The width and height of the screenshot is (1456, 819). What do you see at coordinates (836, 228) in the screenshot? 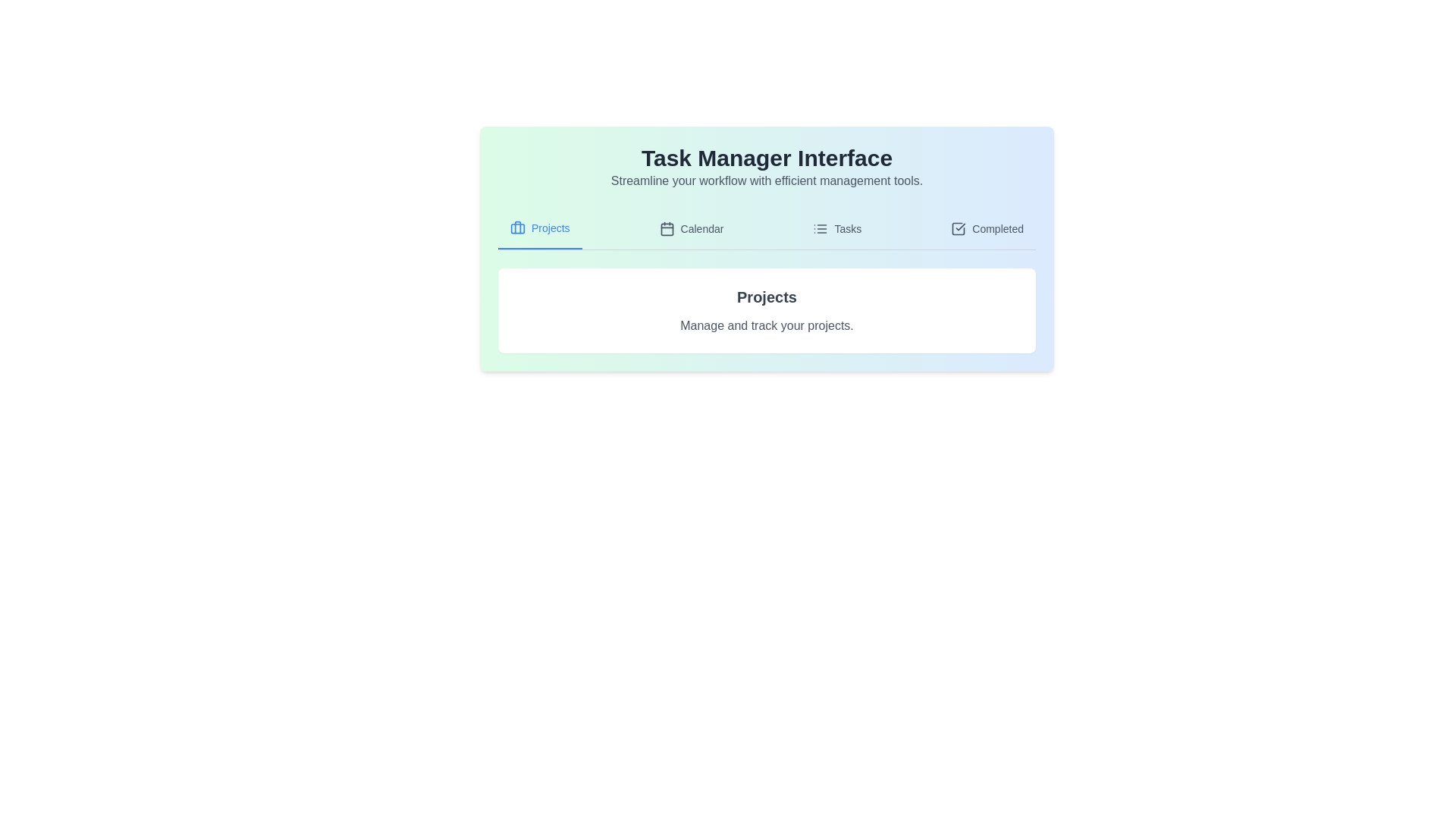
I see `the tab labeled 'Tasks' to observe the visual cue` at bounding box center [836, 228].